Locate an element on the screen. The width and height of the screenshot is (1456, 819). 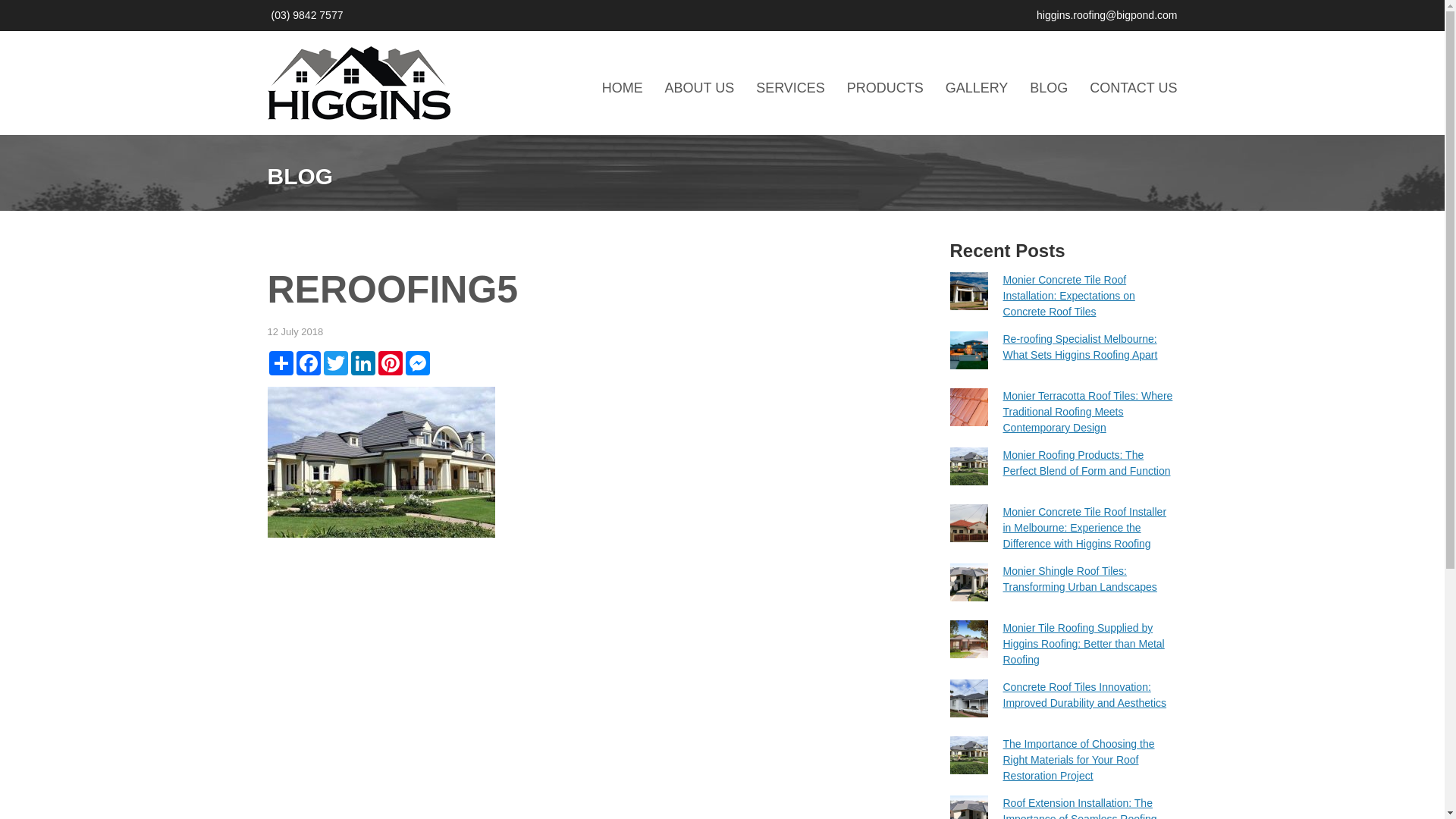
'Pinterest' is located at coordinates (375, 362).